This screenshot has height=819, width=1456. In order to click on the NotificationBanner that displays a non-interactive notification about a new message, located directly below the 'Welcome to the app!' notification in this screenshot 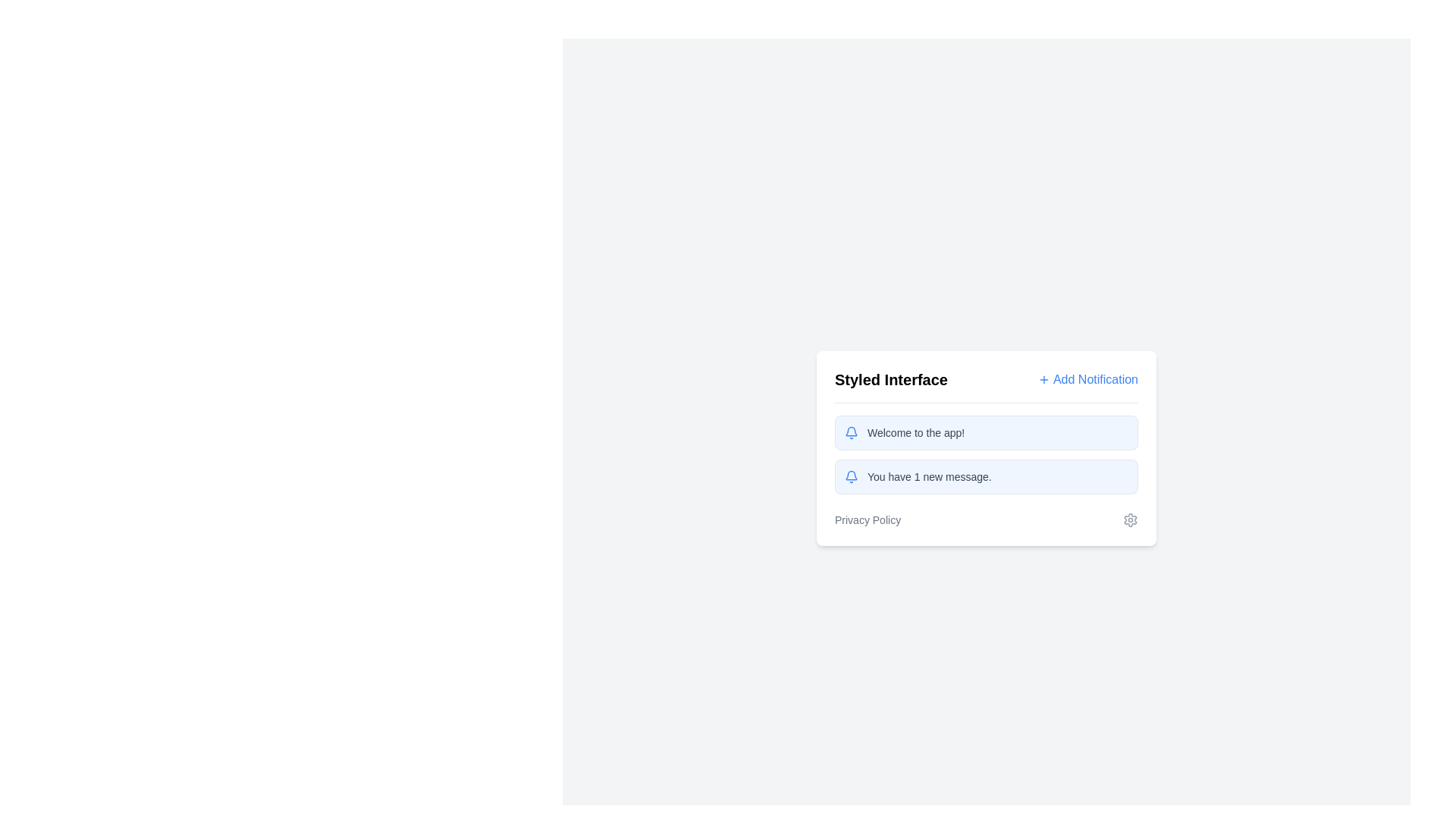, I will do `click(986, 475)`.